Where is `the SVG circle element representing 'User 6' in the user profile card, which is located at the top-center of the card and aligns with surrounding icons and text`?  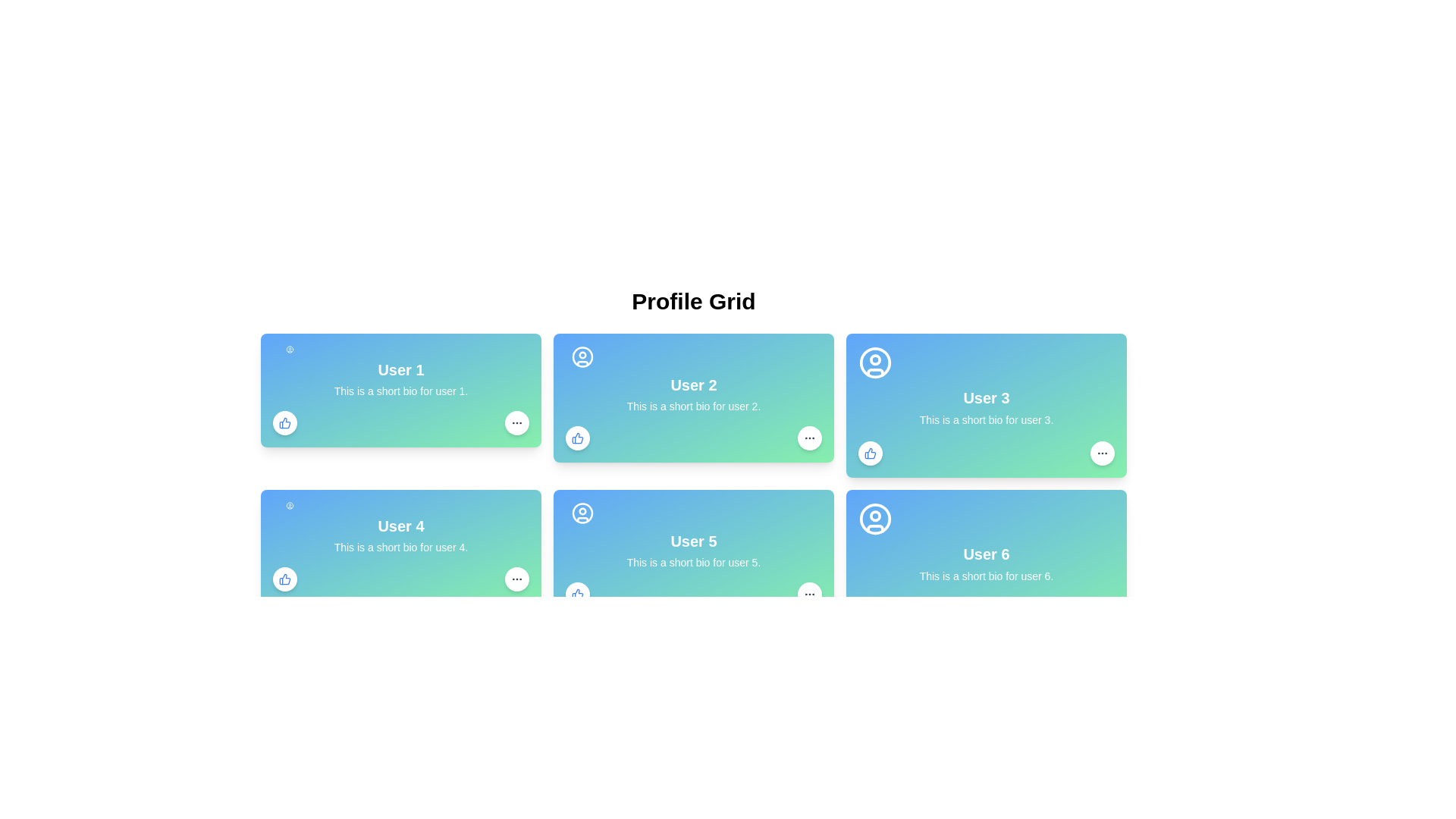 the SVG circle element representing 'User 6' in the user profile card, which is located at the top-center of the card and aligns with surrounding icons and text is located at coordinates (875, 518).